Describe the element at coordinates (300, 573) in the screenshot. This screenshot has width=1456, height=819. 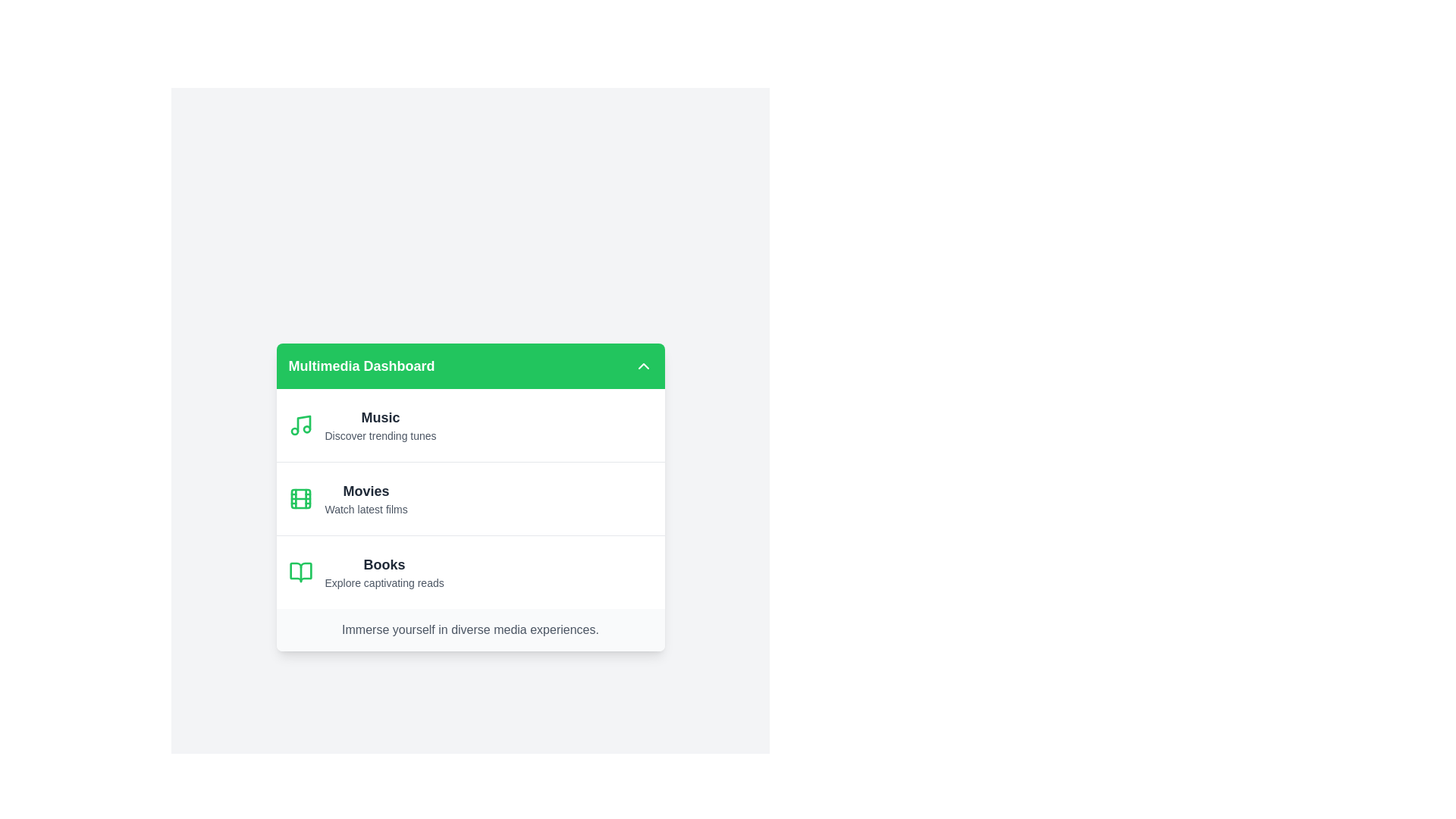
I see `the icon corresponding to Books to view its details` at that location.